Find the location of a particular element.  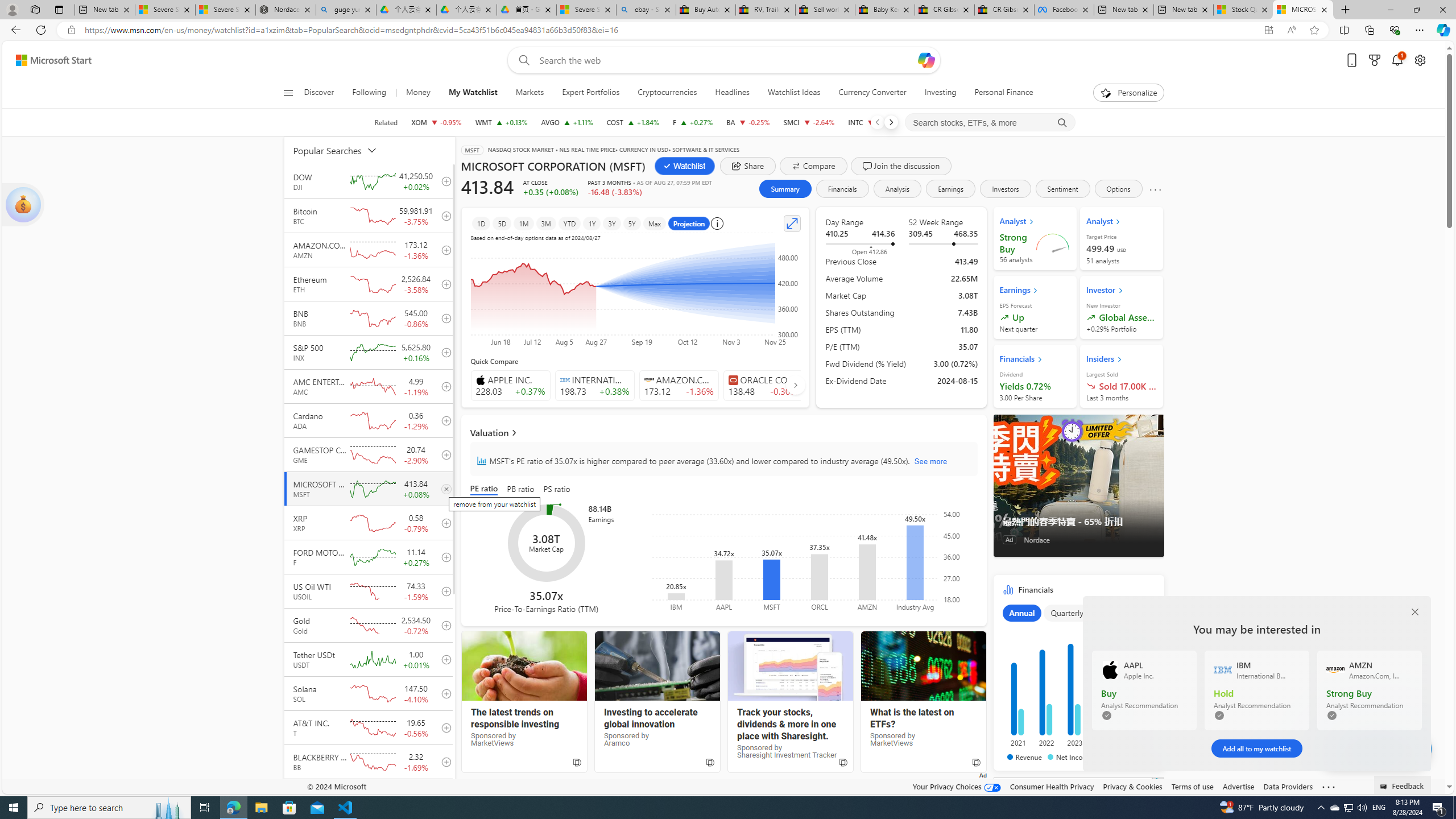

'Watchlist Ideas' is located at coordinates (793, 92).